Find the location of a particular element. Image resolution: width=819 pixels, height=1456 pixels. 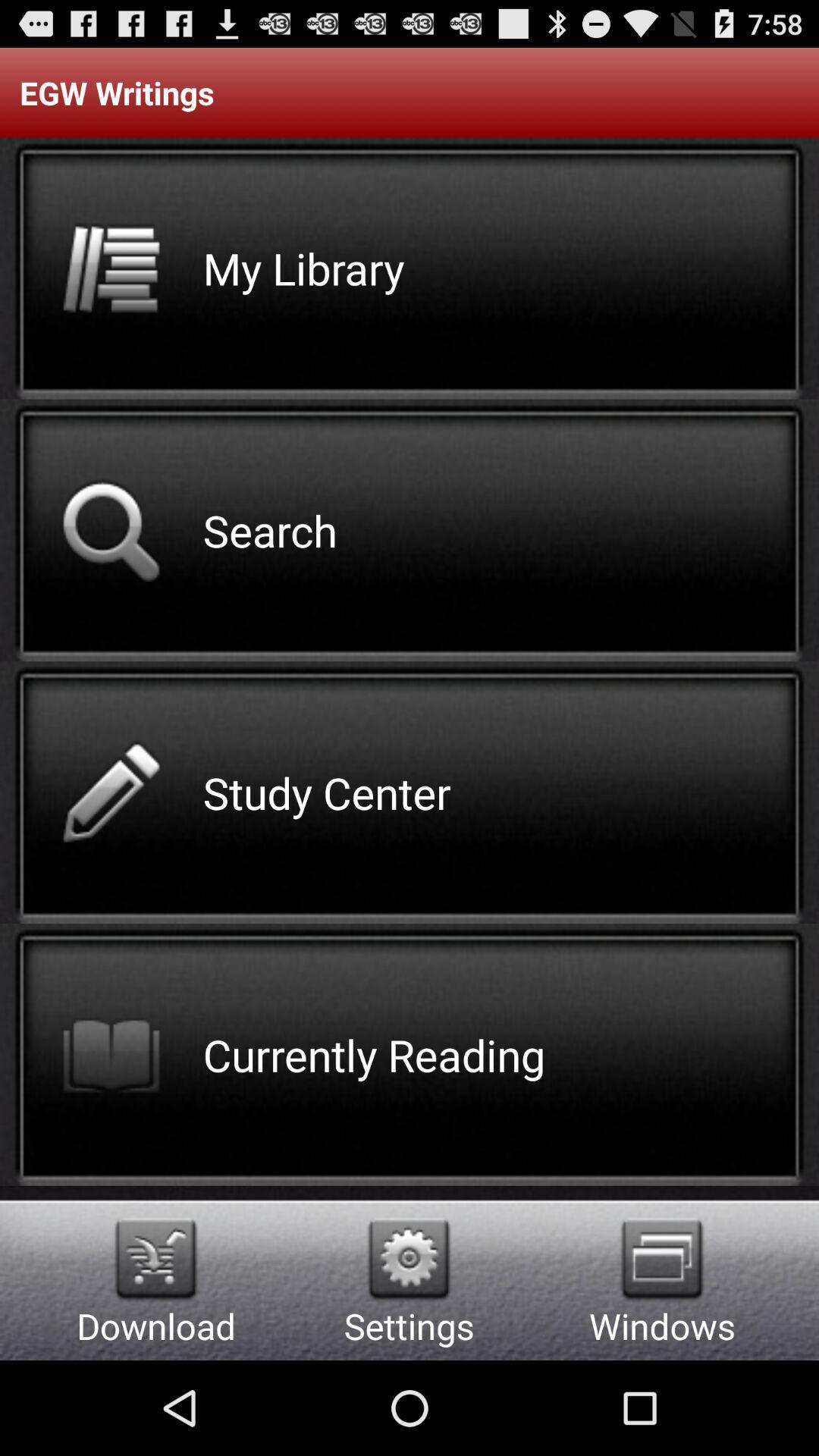

site settings is located at coordinates (408, 1259).